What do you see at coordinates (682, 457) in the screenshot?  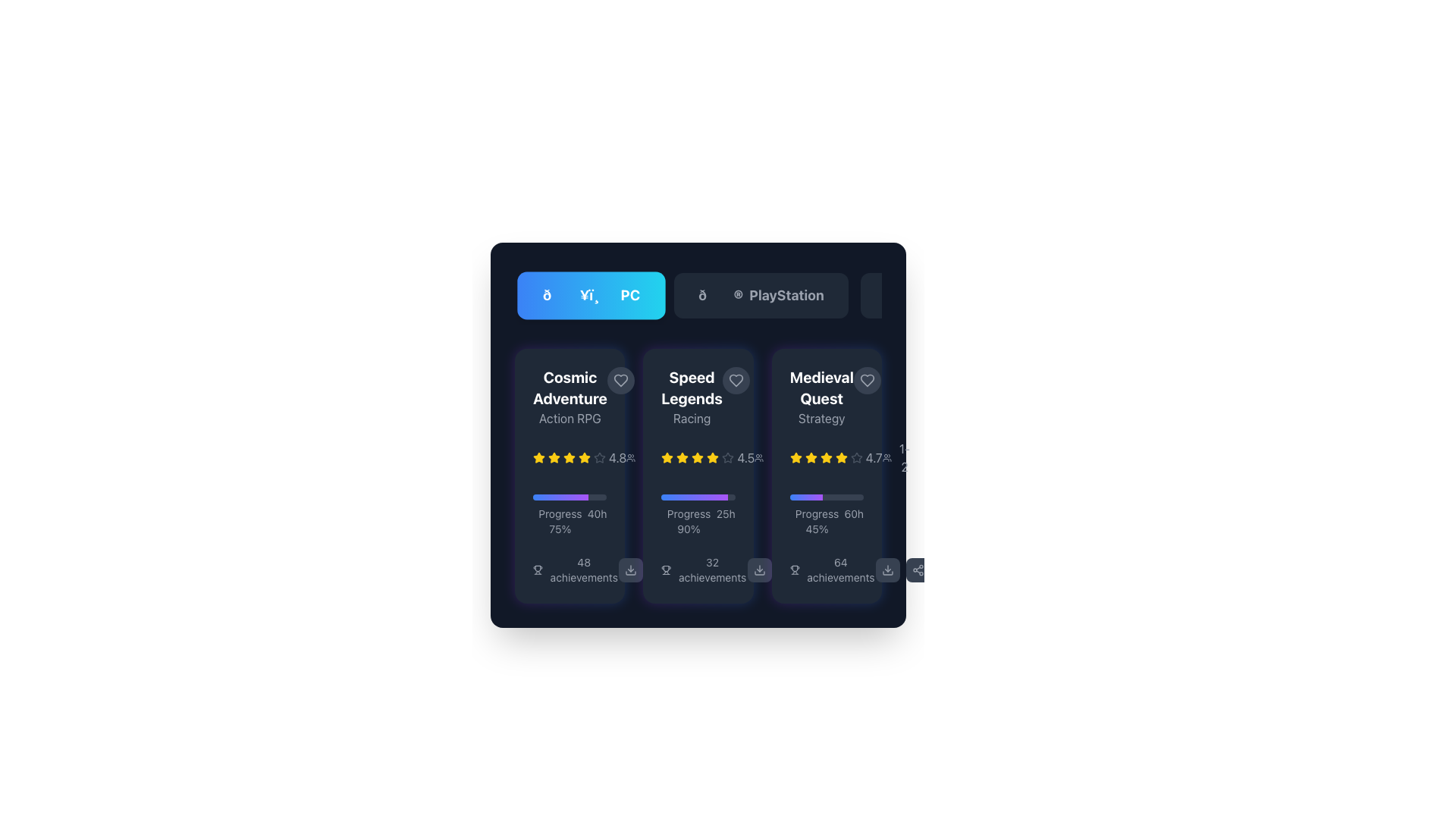 I see `the yellow star-shaped icon used for rating, located in the second card of three, positioned centrally under the card title` at bounding box center [682, 457].